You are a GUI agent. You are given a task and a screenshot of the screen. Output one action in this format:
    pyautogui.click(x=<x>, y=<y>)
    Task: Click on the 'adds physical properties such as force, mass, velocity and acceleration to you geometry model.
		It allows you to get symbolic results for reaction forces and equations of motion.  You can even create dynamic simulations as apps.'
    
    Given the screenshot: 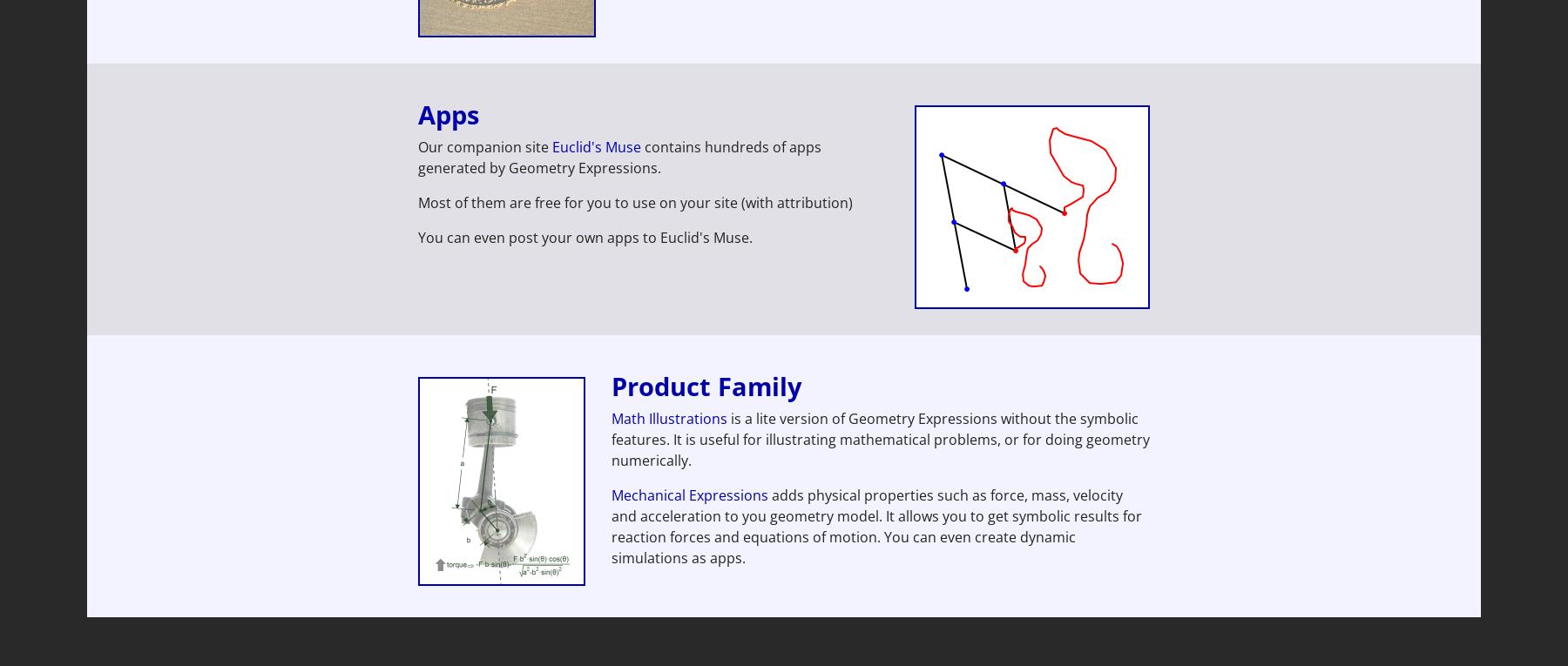 What is the action you would take?
    pyautogui.click(x=611, y=524)
    